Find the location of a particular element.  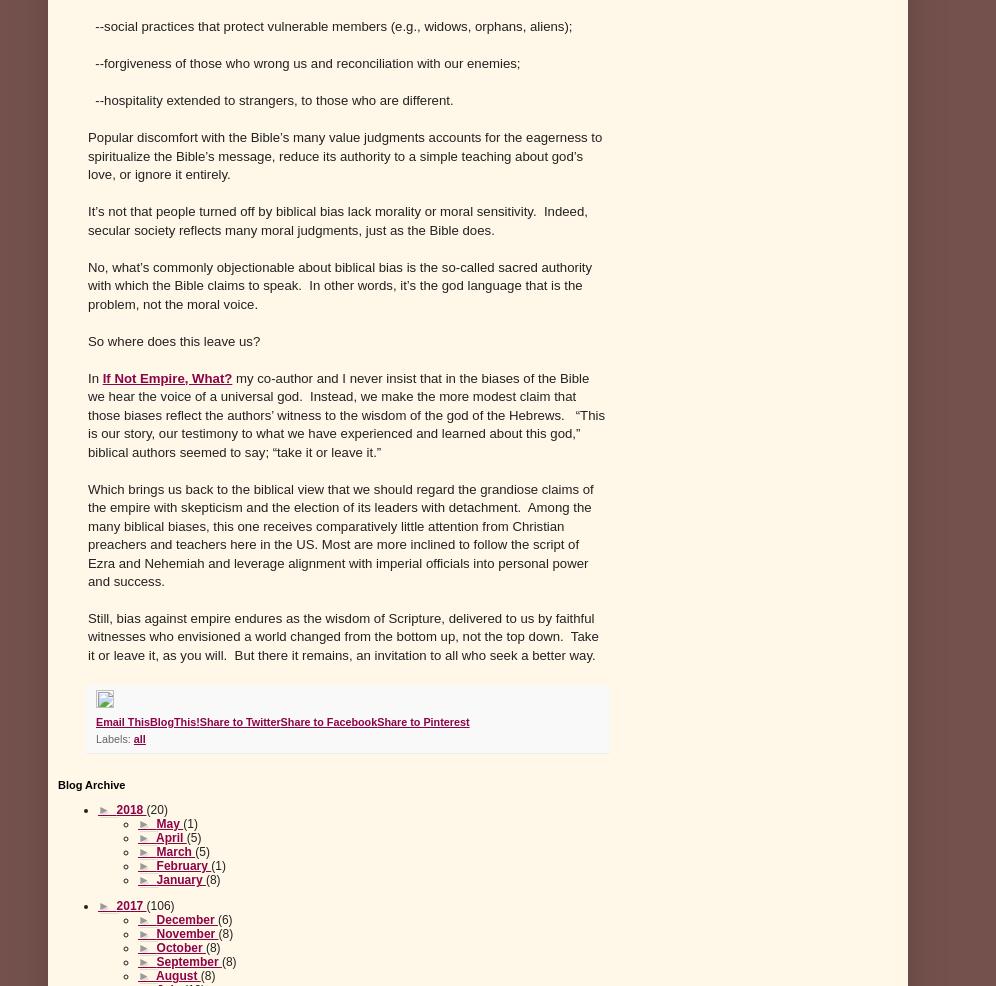

'Email This' is located at coordinates (96, 719).